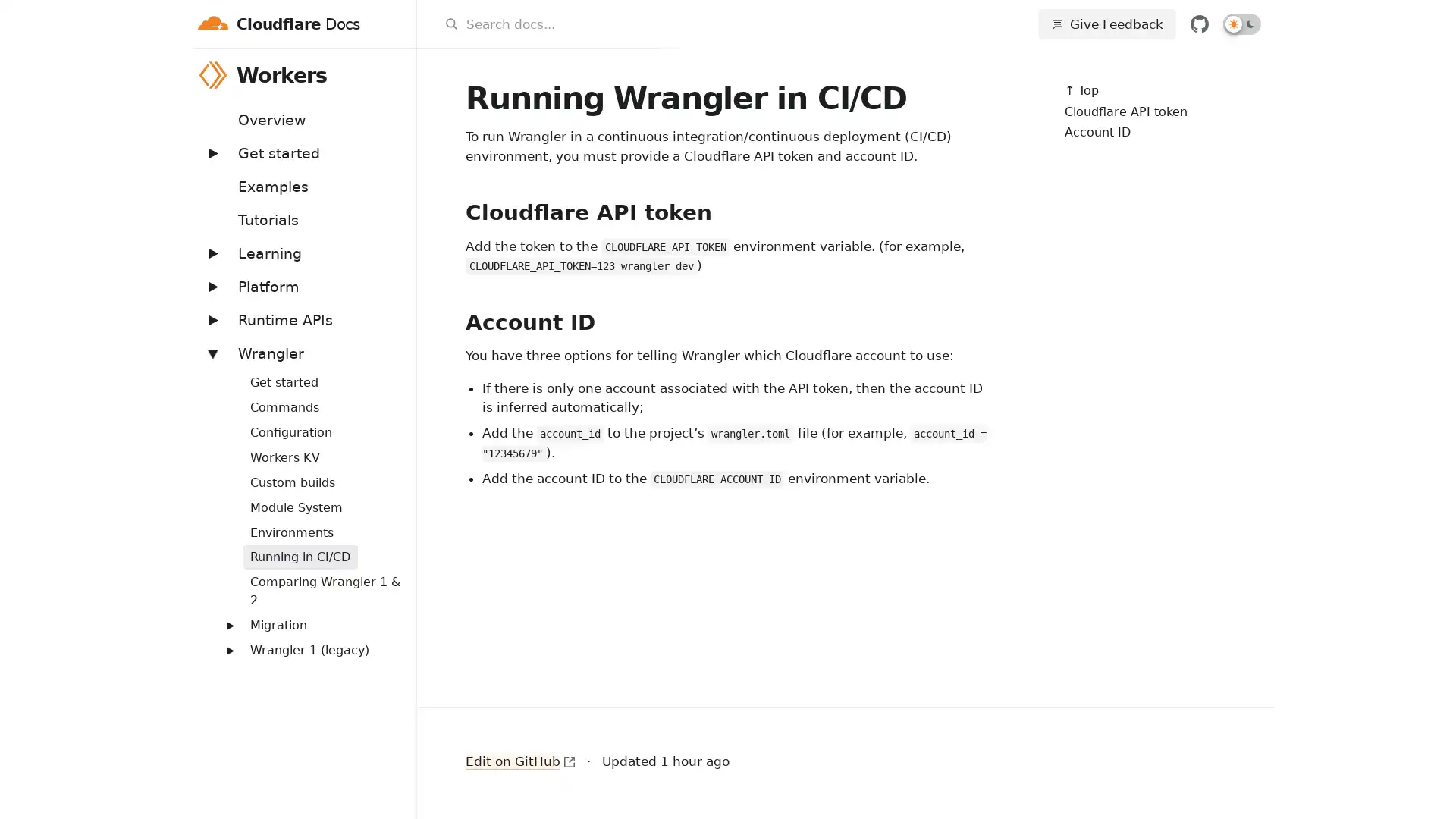 The width and height of the screenshot is (1456, 819). Describe the element at coordinates (221, 640) in the screenshot. I see `Expand: Routing` at that location.